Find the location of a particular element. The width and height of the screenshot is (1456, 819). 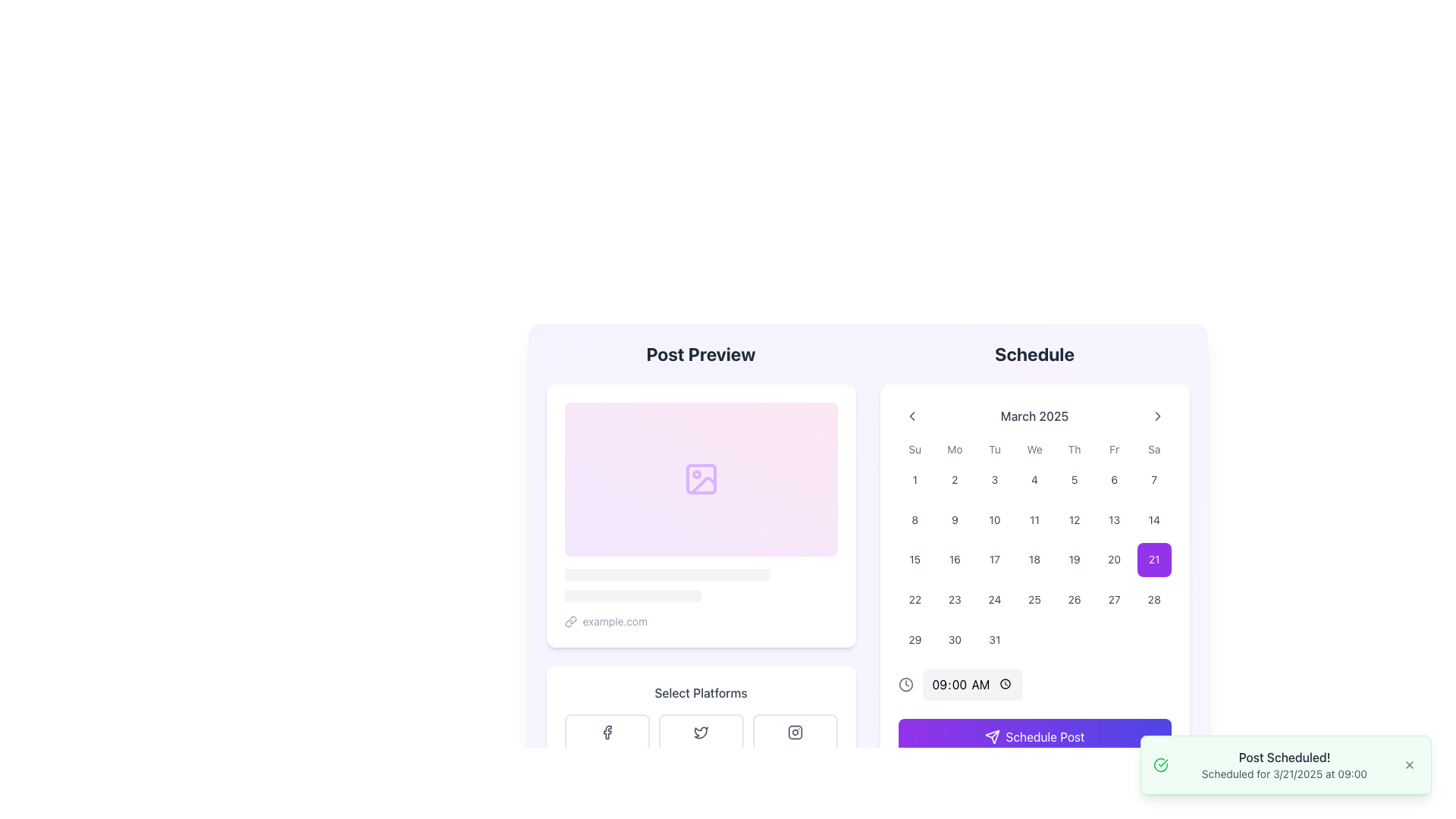

the text label displaying 'Fr', which indicates Friday in the days of the week grid layout is located at coordinates (1114, 449).